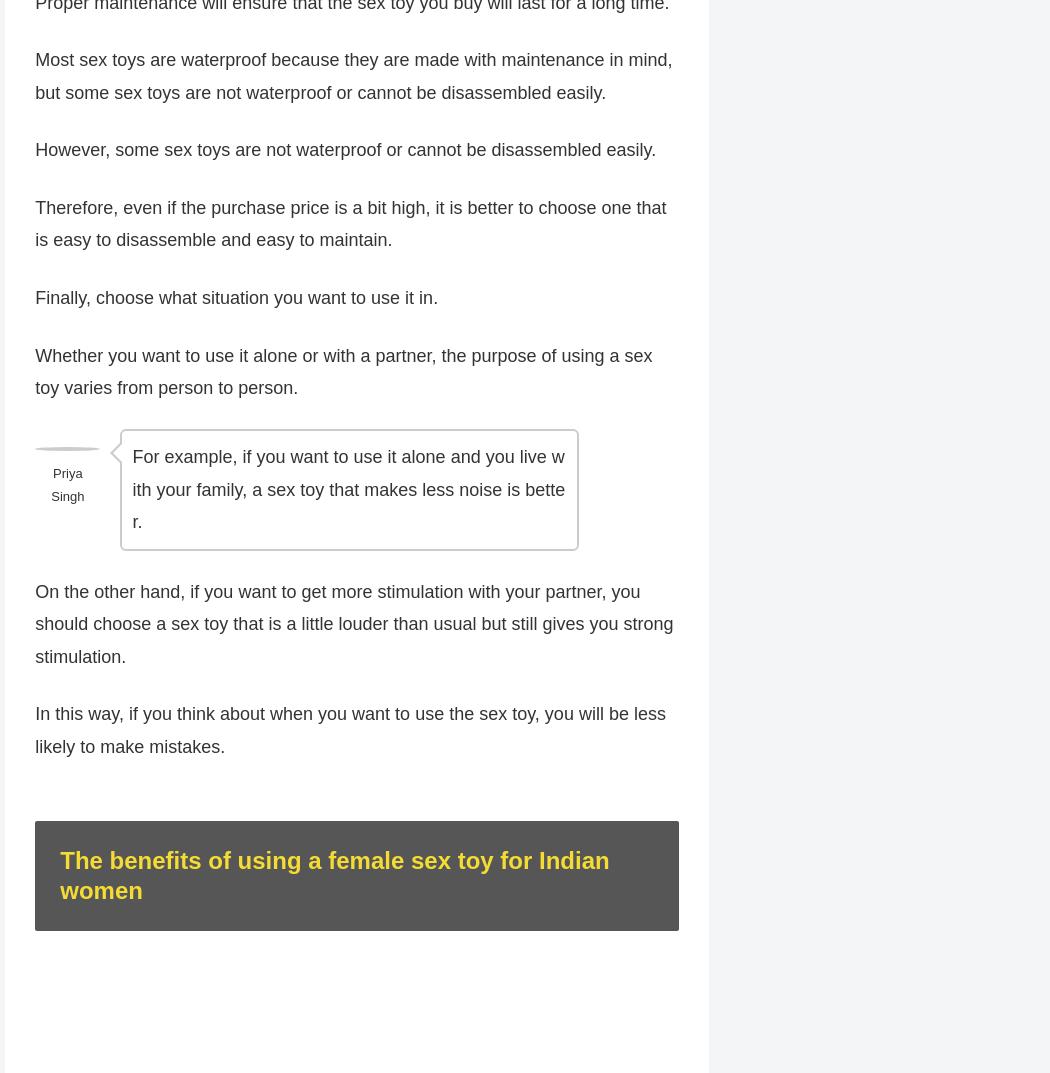 The image size is (1050, 1073). What do you see at coordinates (50, 528) in the screenshot?
I see `'Priya Singh'` at bounding box center [50, 528].